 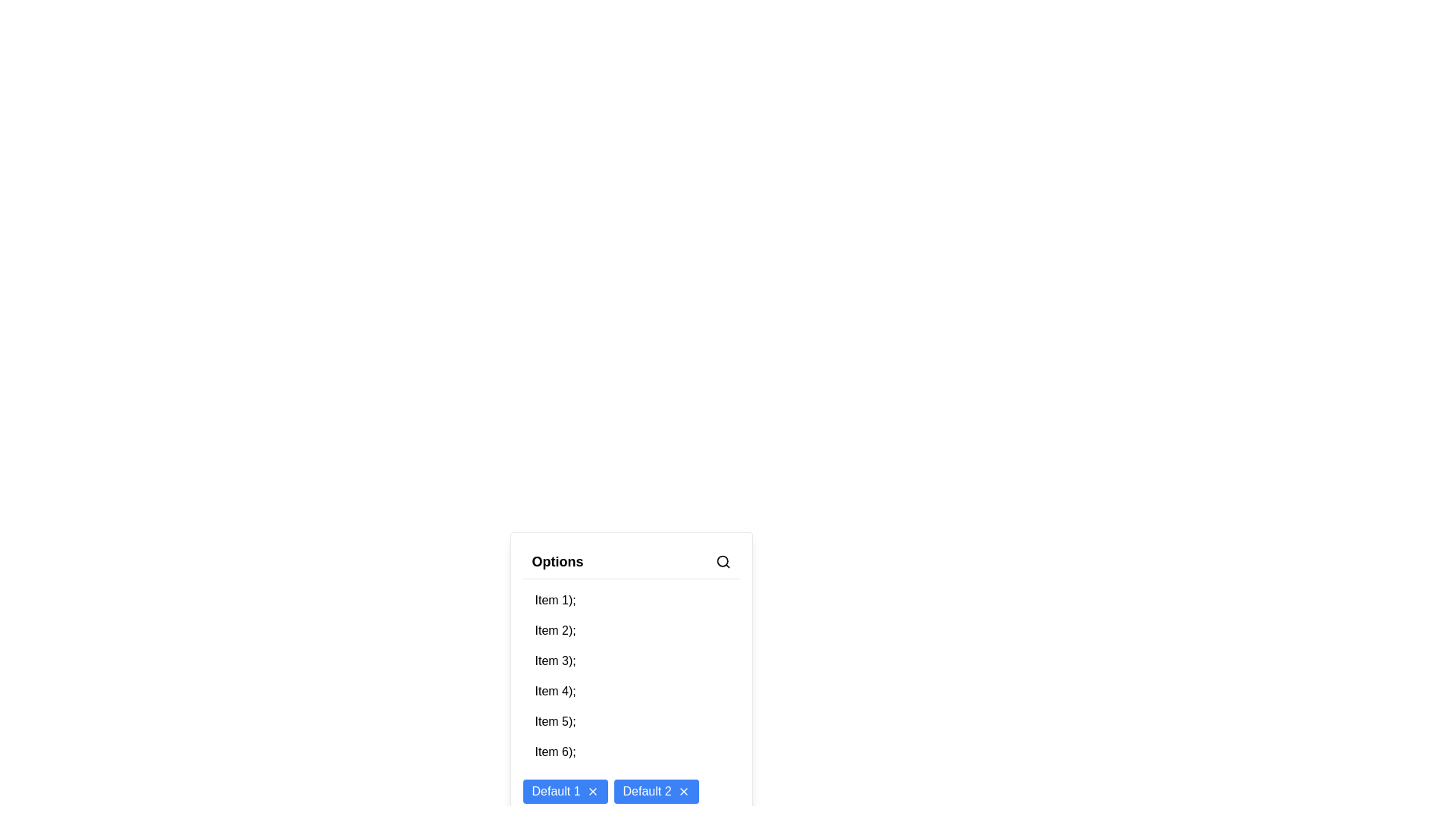 What do you see at coordinates (631, 673) in the screenshot?
I see `an item in the List or Dropdown Component located centrally below the 'Options' title bar` at bounding box center [631, 673].